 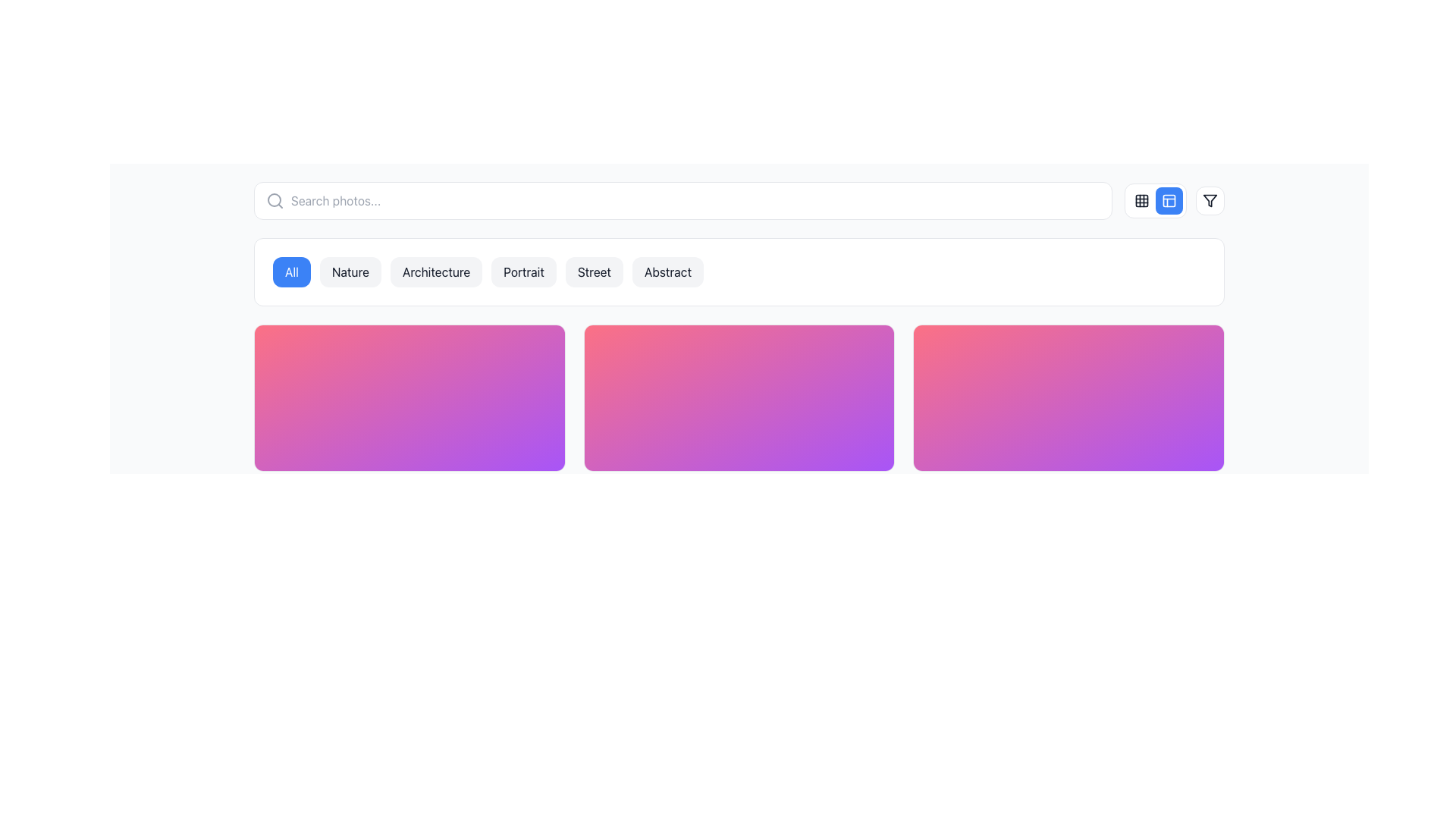 What do you see at coordinates (1142, 200) in the screenshot?
I see `the grid view toggle button located in the upper-right section of the interface, positioned to the left of a blue square icon and a filter icon, to switch to a grid layout` at bounding box center [1142, 200].